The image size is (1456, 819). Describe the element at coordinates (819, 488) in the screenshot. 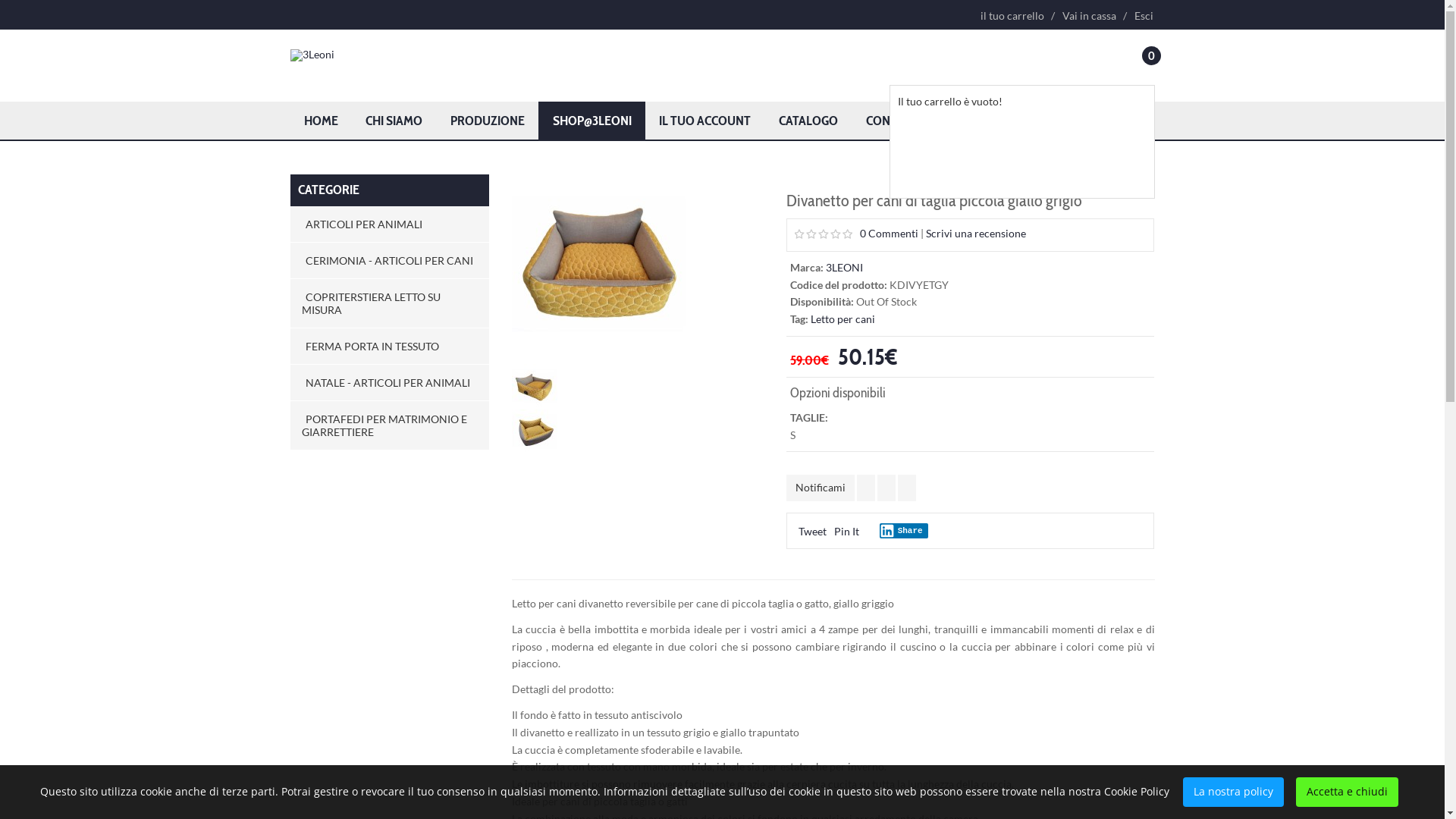

I see `'Notificami'` at that location.